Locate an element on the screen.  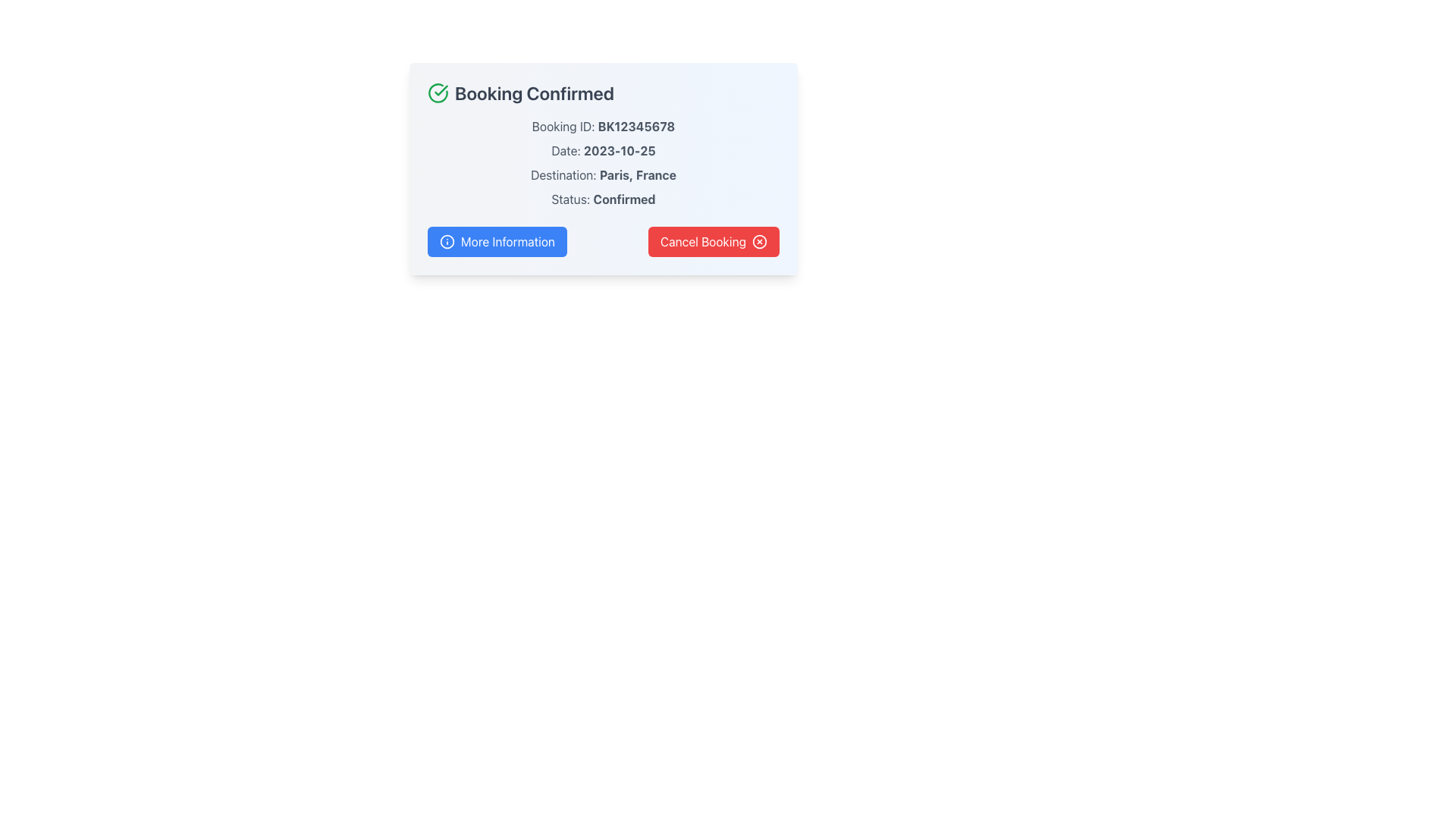
the static informational text display that shows booking details, including Booking ID, Date, Destination, and Status, located just below the title 'Booking Confirmed' is located at coordinates (603, 163).